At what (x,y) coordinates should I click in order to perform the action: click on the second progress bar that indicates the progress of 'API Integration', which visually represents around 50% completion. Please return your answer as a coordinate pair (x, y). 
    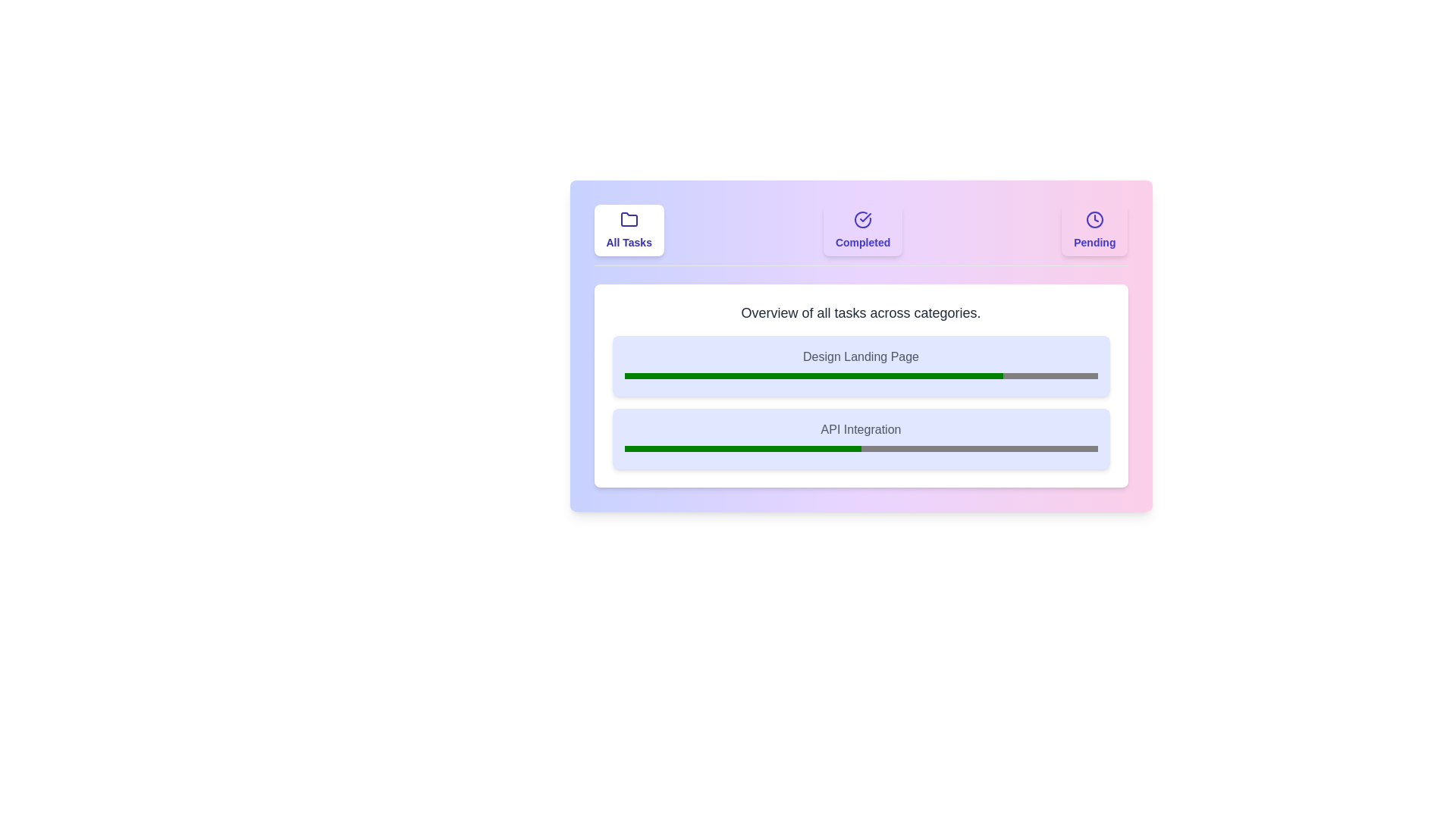
    Looking at the image, I should click on (861, 447).